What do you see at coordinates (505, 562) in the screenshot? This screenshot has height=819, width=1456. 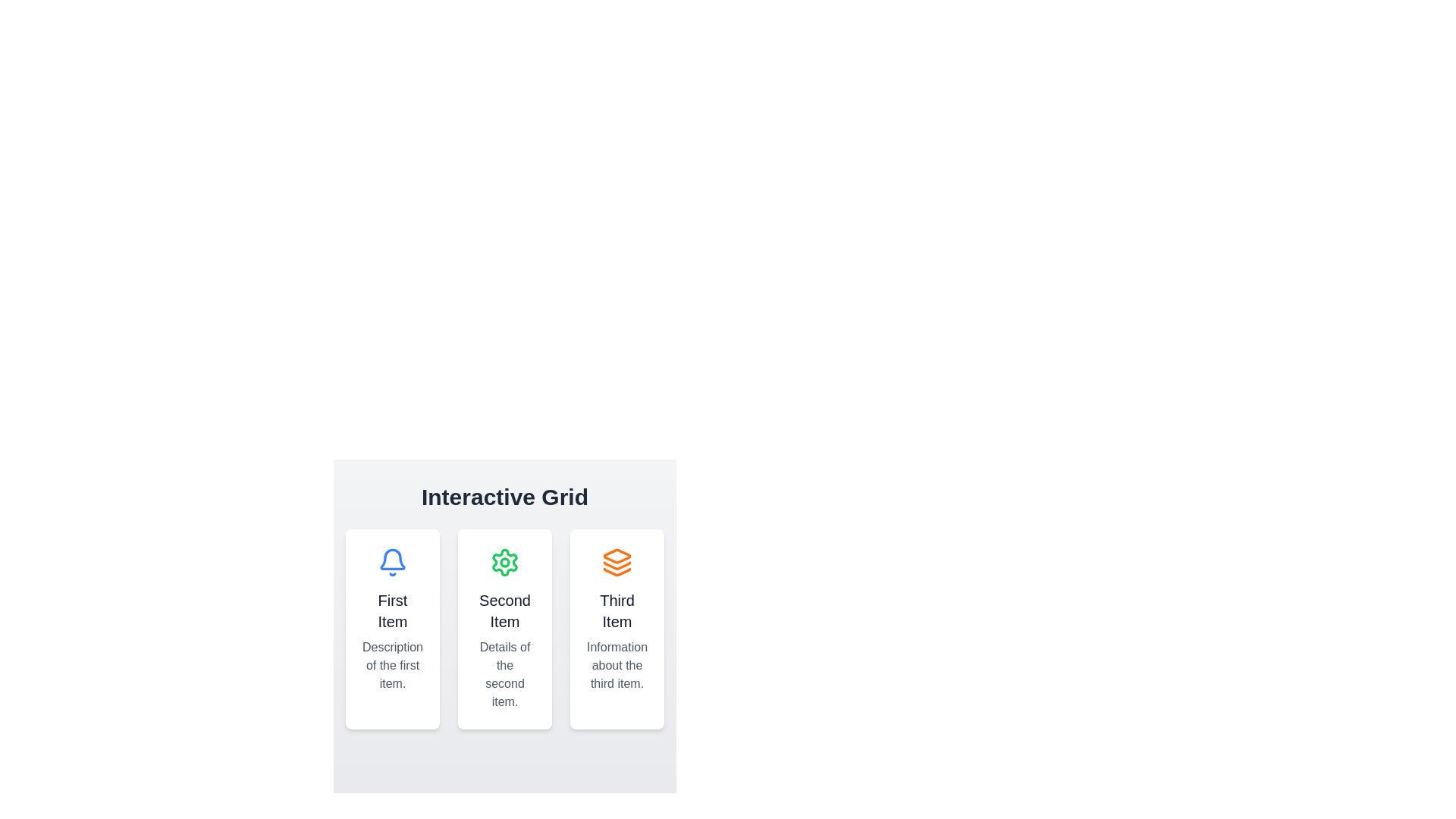 I see `the settings icon located at the center-top of the card labeled 'Second Item' in the horizontal list of cards` at bounding box center [505, 562].